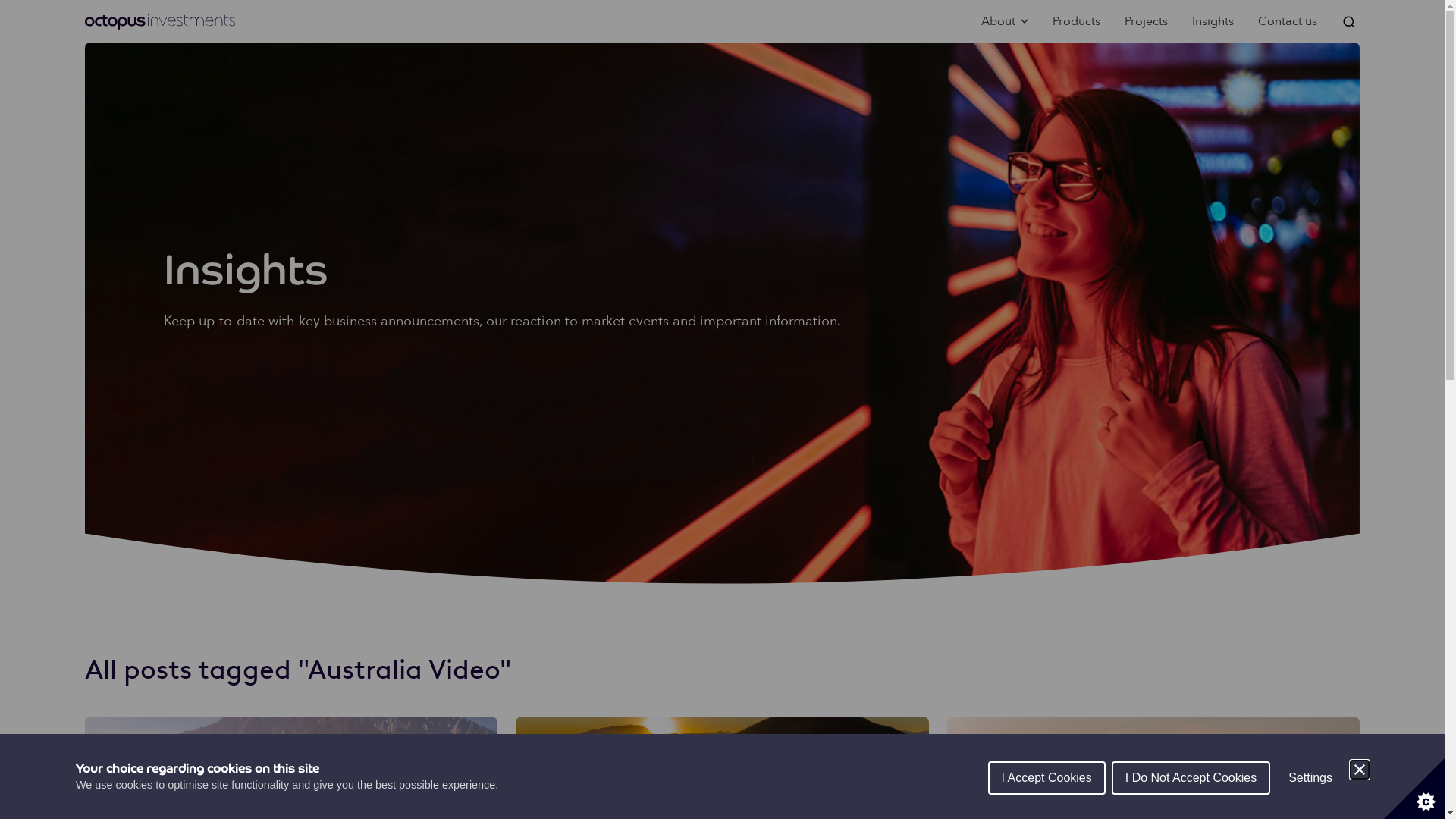 This screenshot has width=1456, height=819. What do you see at coordinates (1075, 20) in the screenshot?
I see `'Products'` at bounding box center [1075, 20].